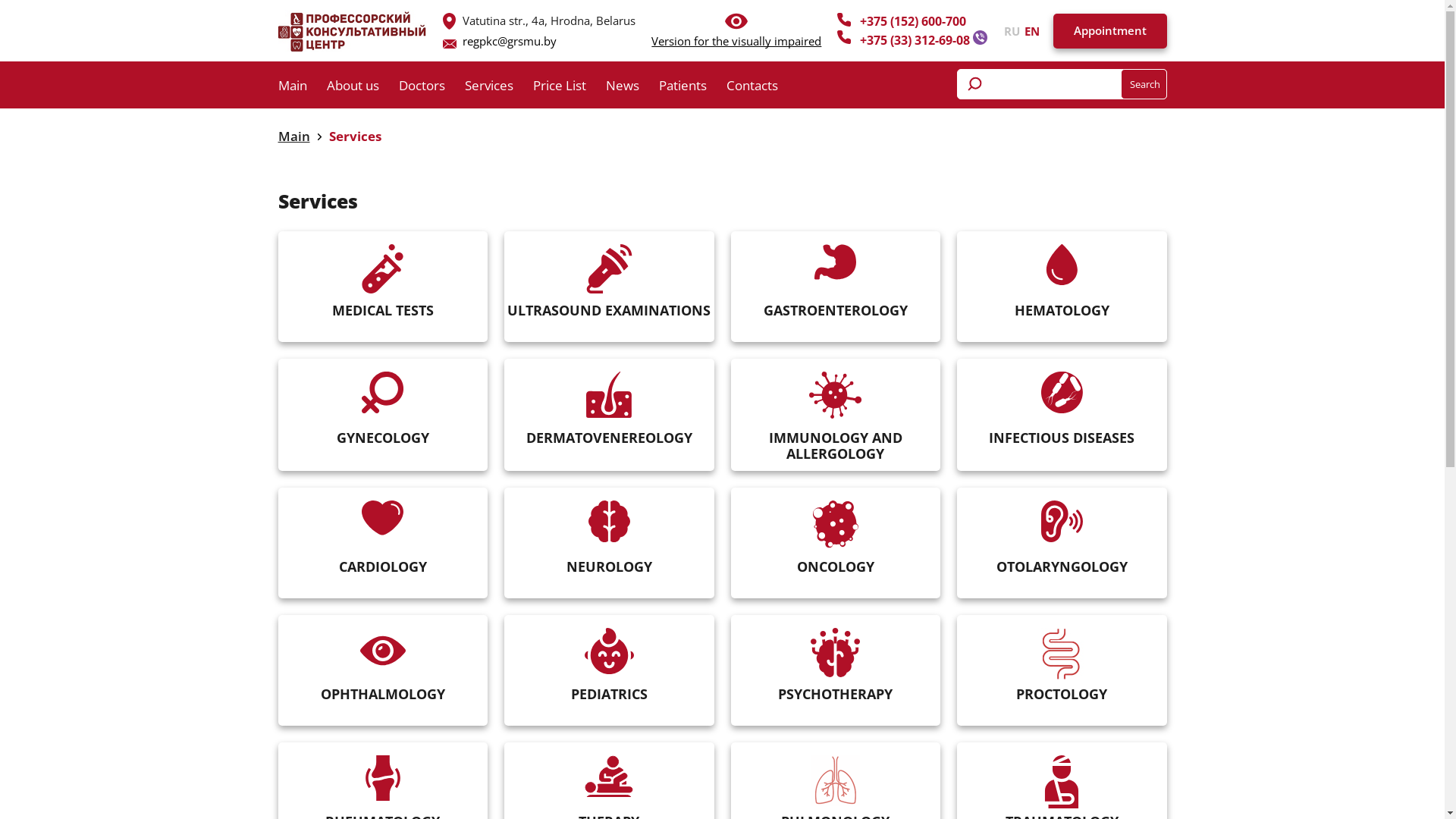 The image size is (1456, 819). What do you see at coordinates (1109, 31) in the screenshot?
I see `'Appointment'` at bounding box center [1109, 31].